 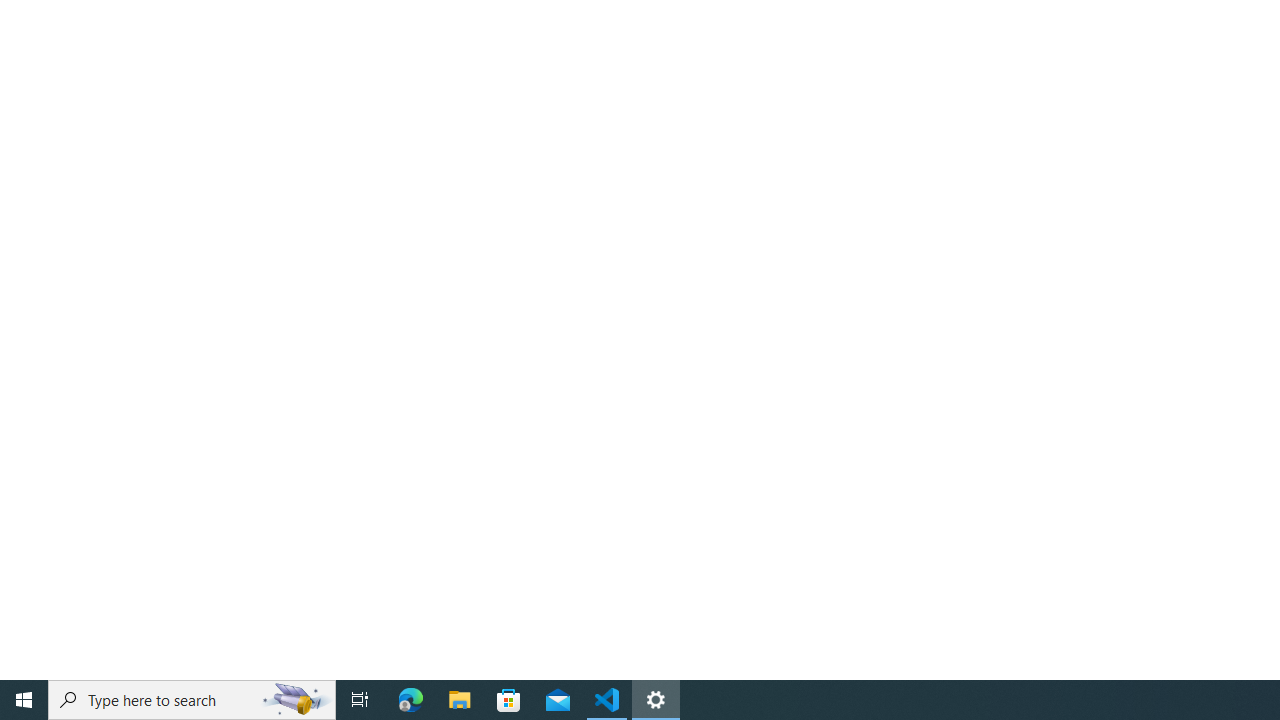 I want to click on 'Type here to search', so click(x=192, y=698).